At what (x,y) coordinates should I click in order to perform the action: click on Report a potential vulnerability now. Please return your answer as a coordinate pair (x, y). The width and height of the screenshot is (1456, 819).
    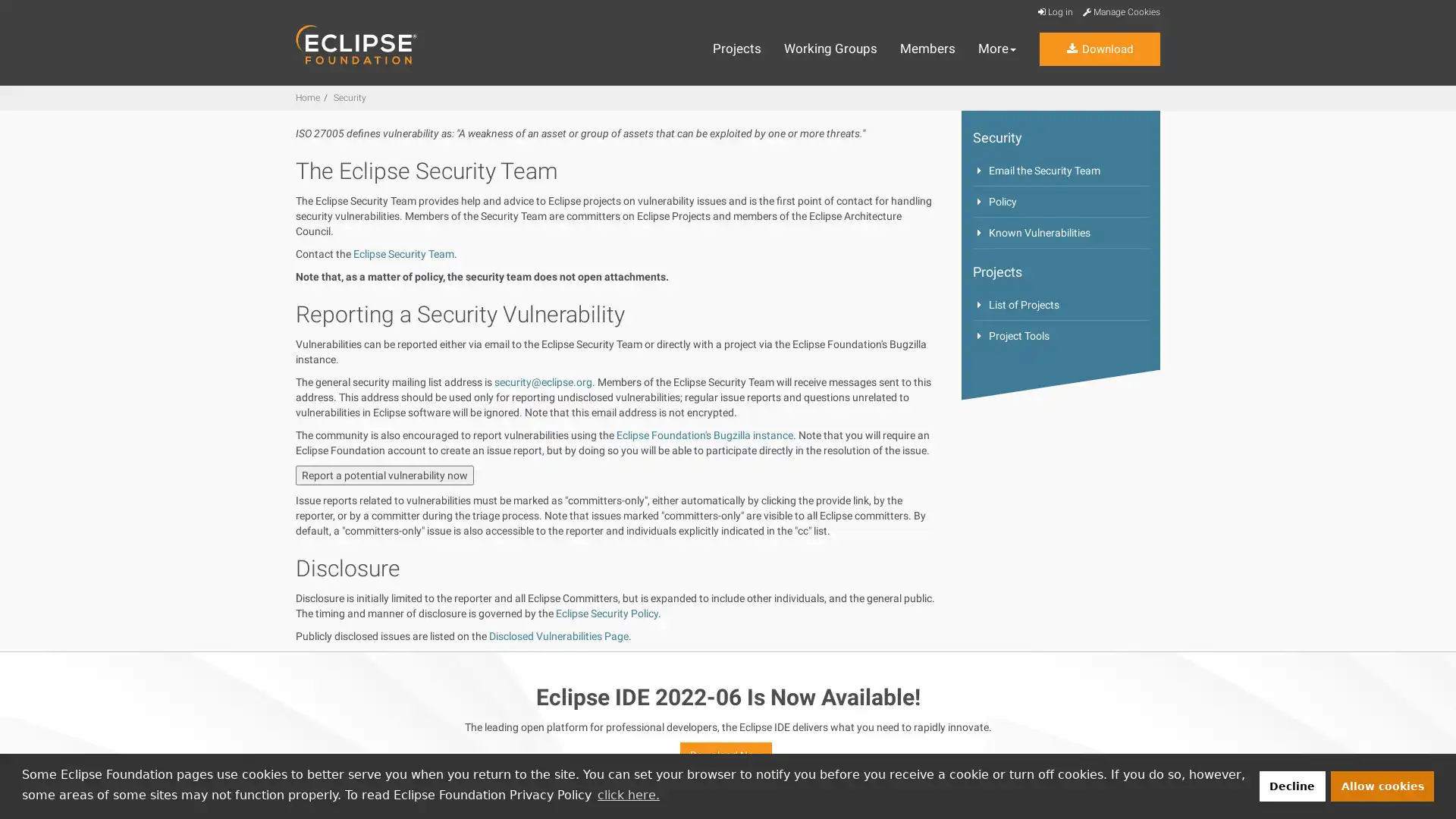
    Looking at the image, I should click on (384, 475).